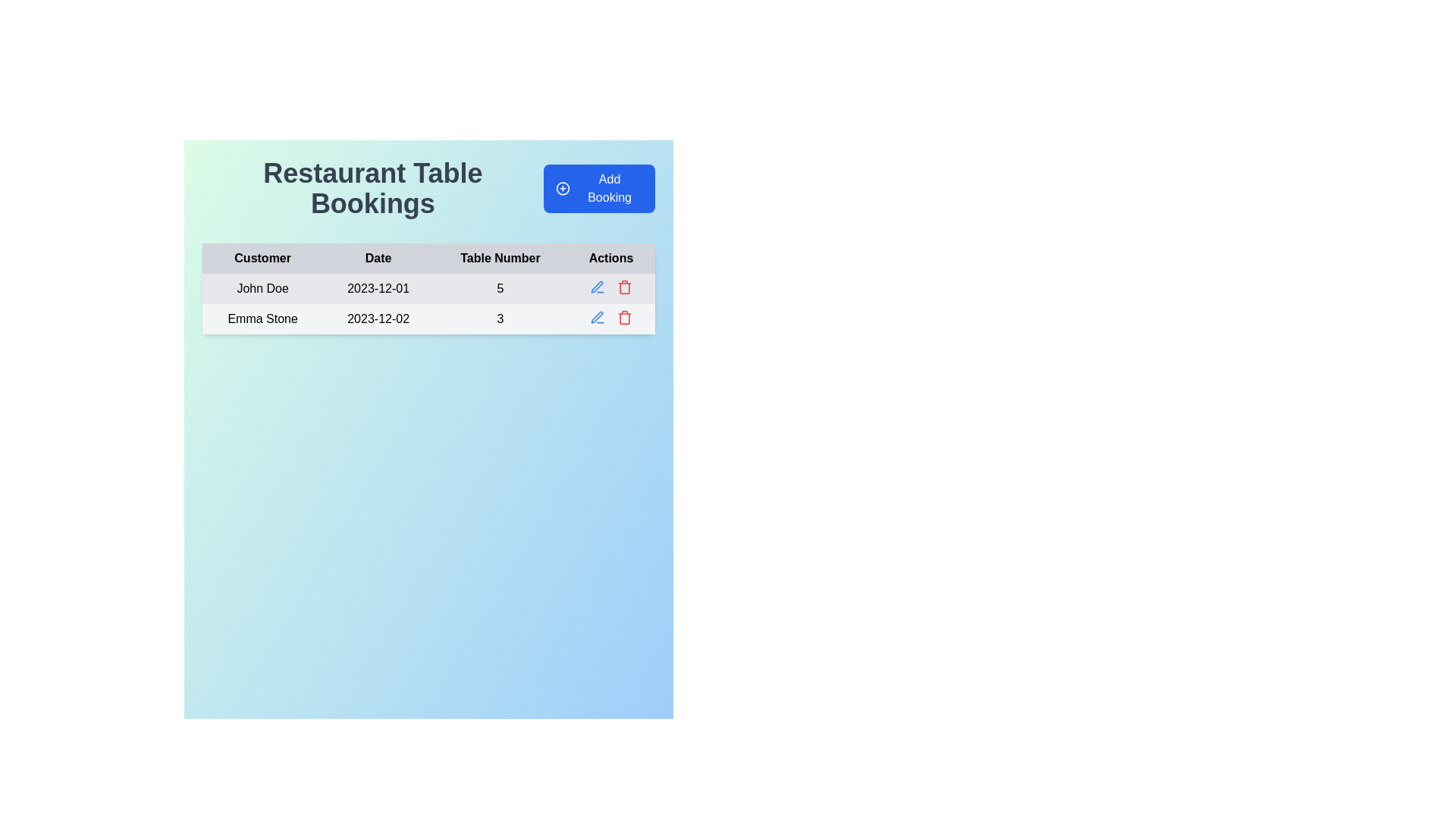  Describe the element at coordinates (625, 287) in the screenshot. I see `the delete button located in the 'Actions' column of the second row in the table` at that location.